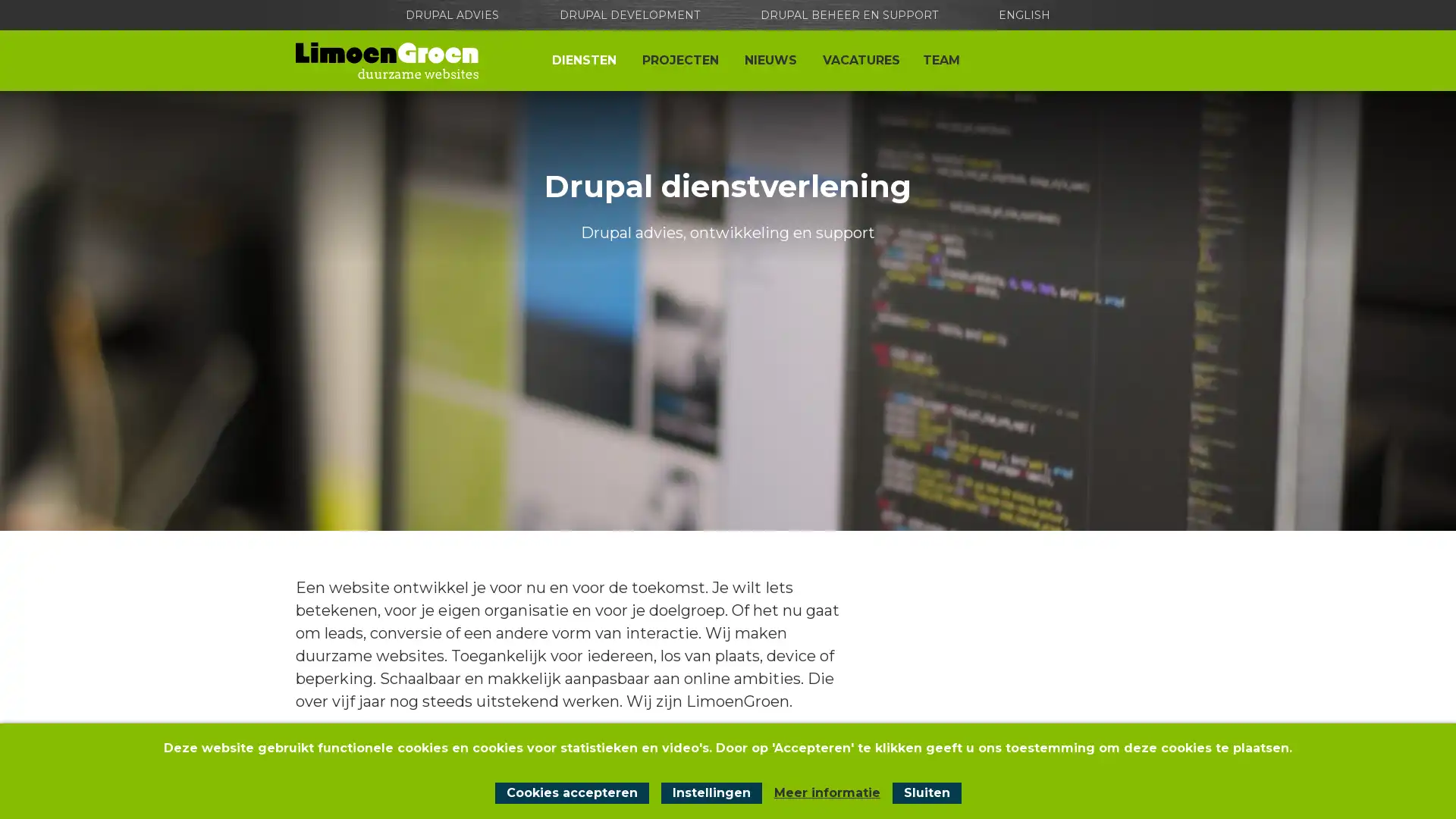  What do you see at coordinates (710, 792) in the screenshot?
I see `Instellingen` at bounding box center [710, 792].